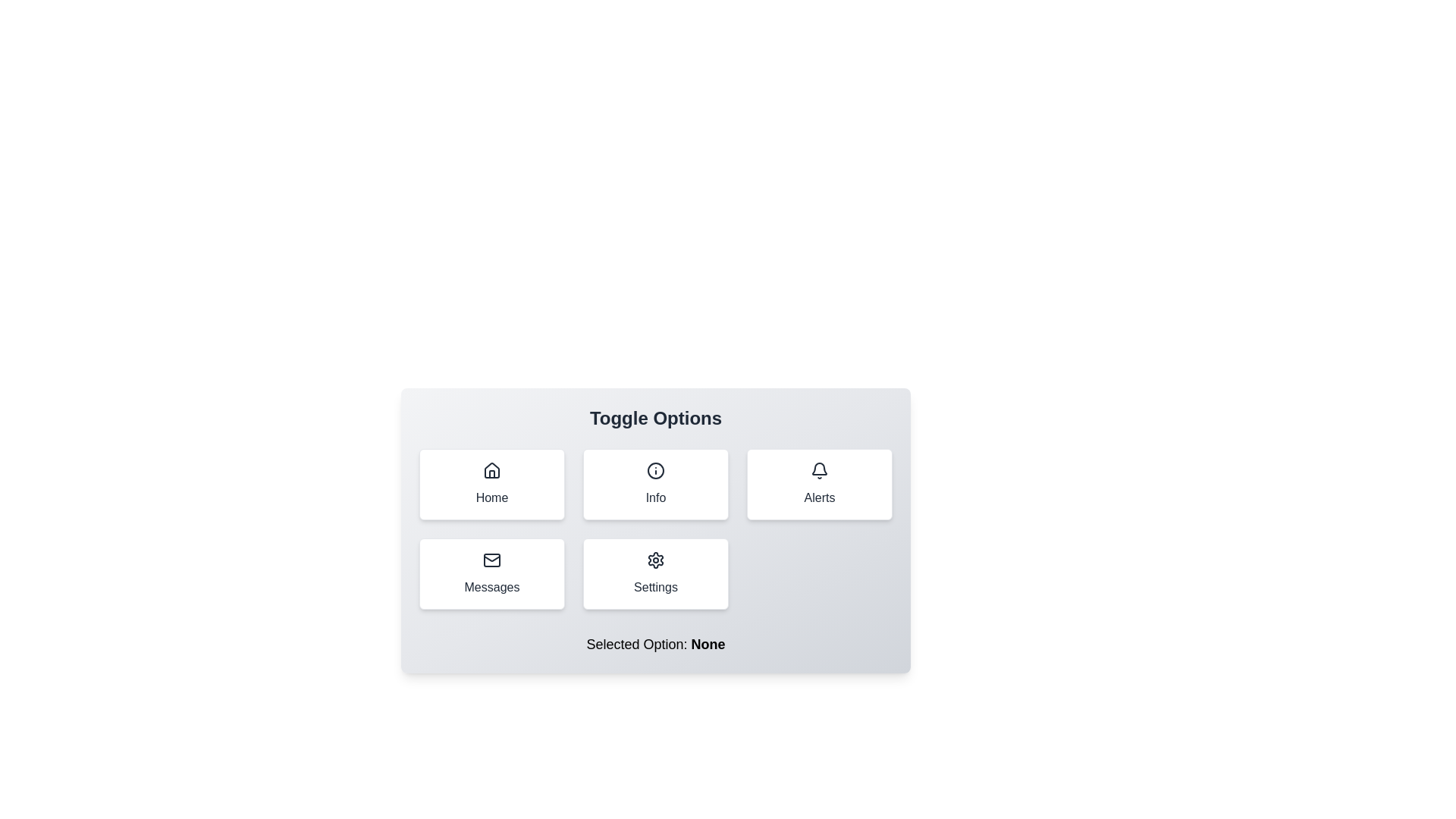  Describe the element at coordinates (491, 470) in the screenshot. I see `the minimalistic house icon, which is part of the 'Home' section, located above the 'Home' text within its card` at that location.